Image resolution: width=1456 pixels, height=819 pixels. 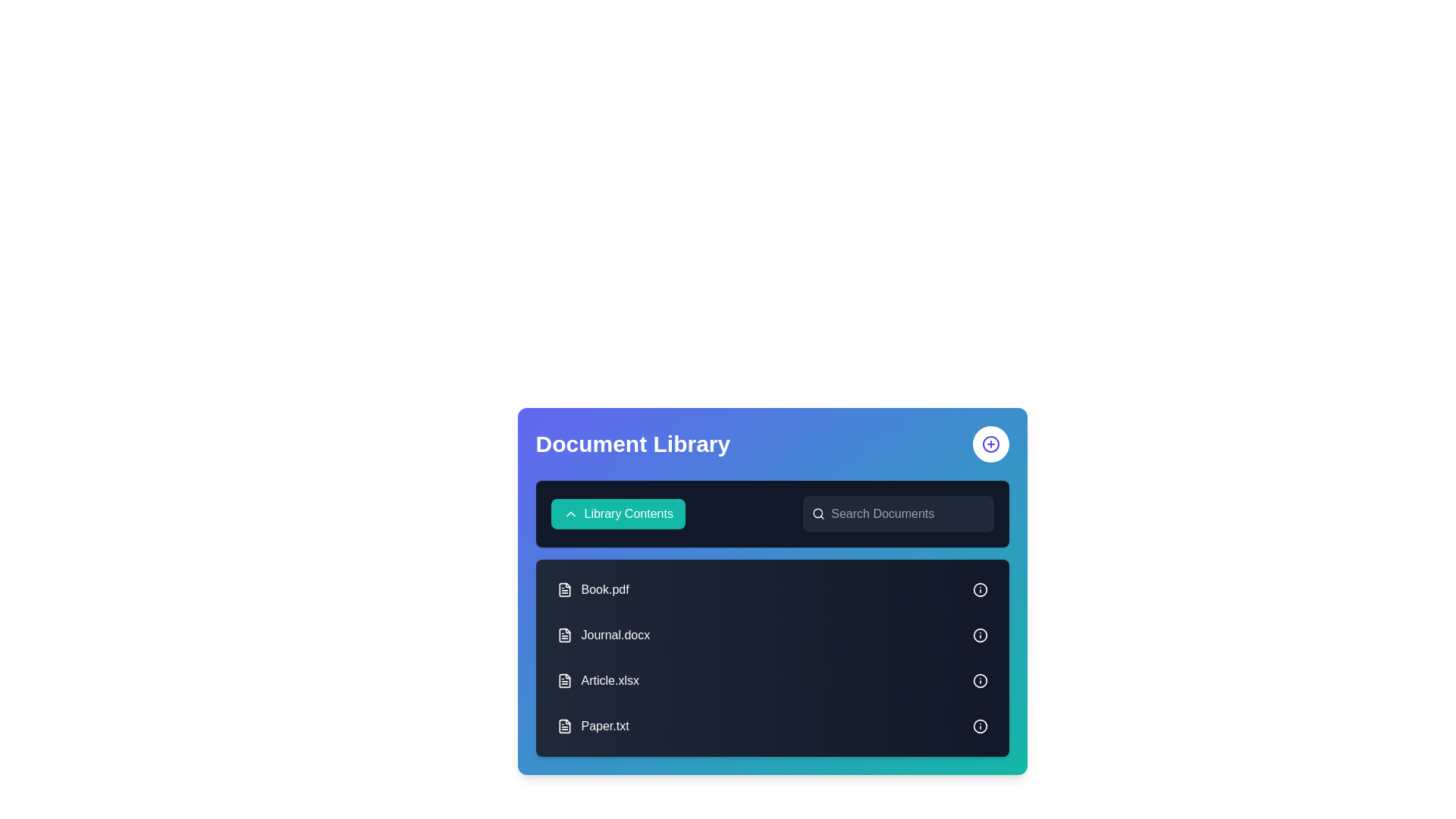 I want to click on the 'Document Library' text label, which is a prominent header in large bold white font against a gradient blue background, so click(x=632, y=444).